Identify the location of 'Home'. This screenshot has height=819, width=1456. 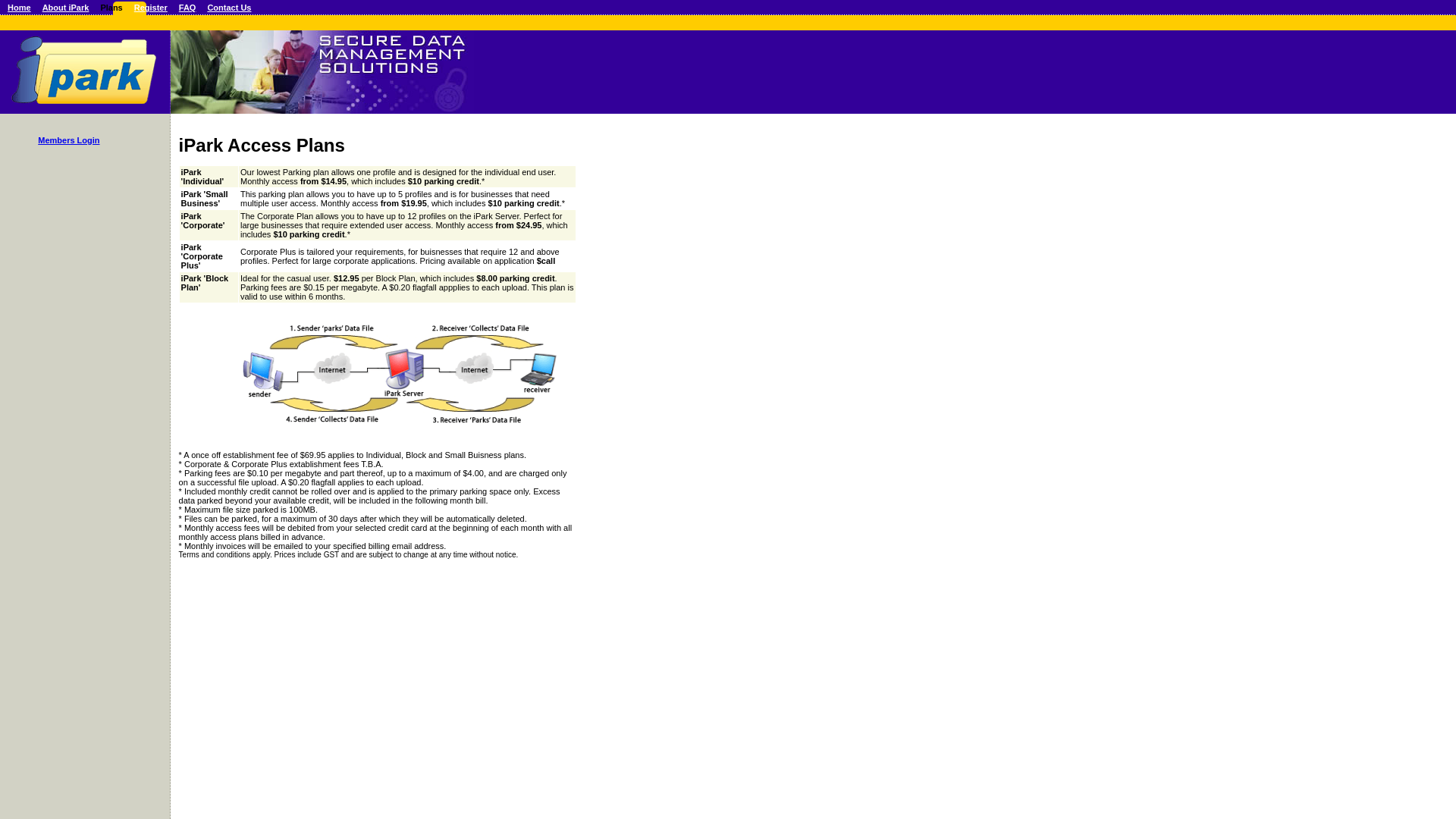
(19, 8).